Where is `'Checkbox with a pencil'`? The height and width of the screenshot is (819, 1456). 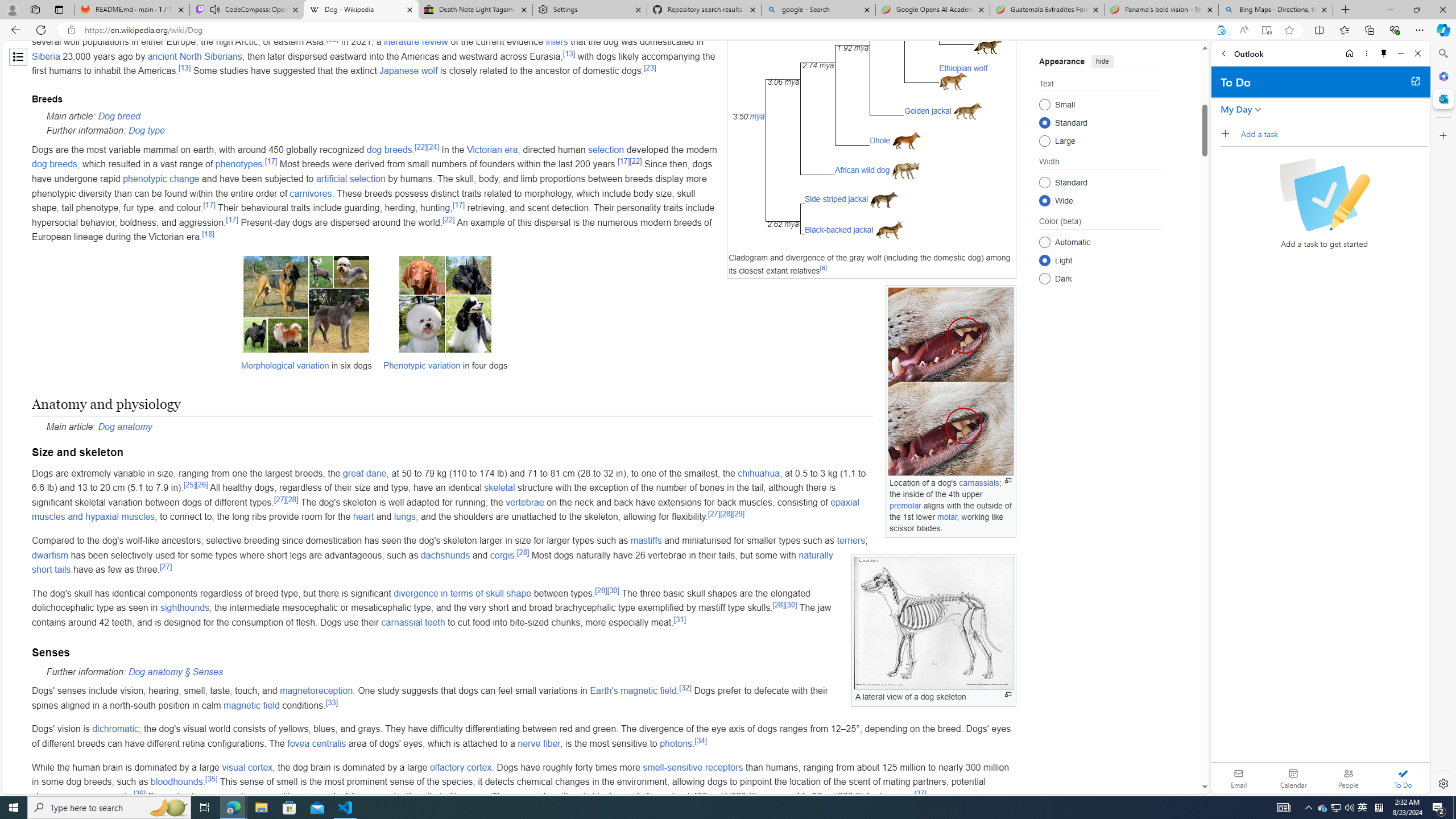 'Checkbox with a pencil' is located at coordinates (1323, 194).